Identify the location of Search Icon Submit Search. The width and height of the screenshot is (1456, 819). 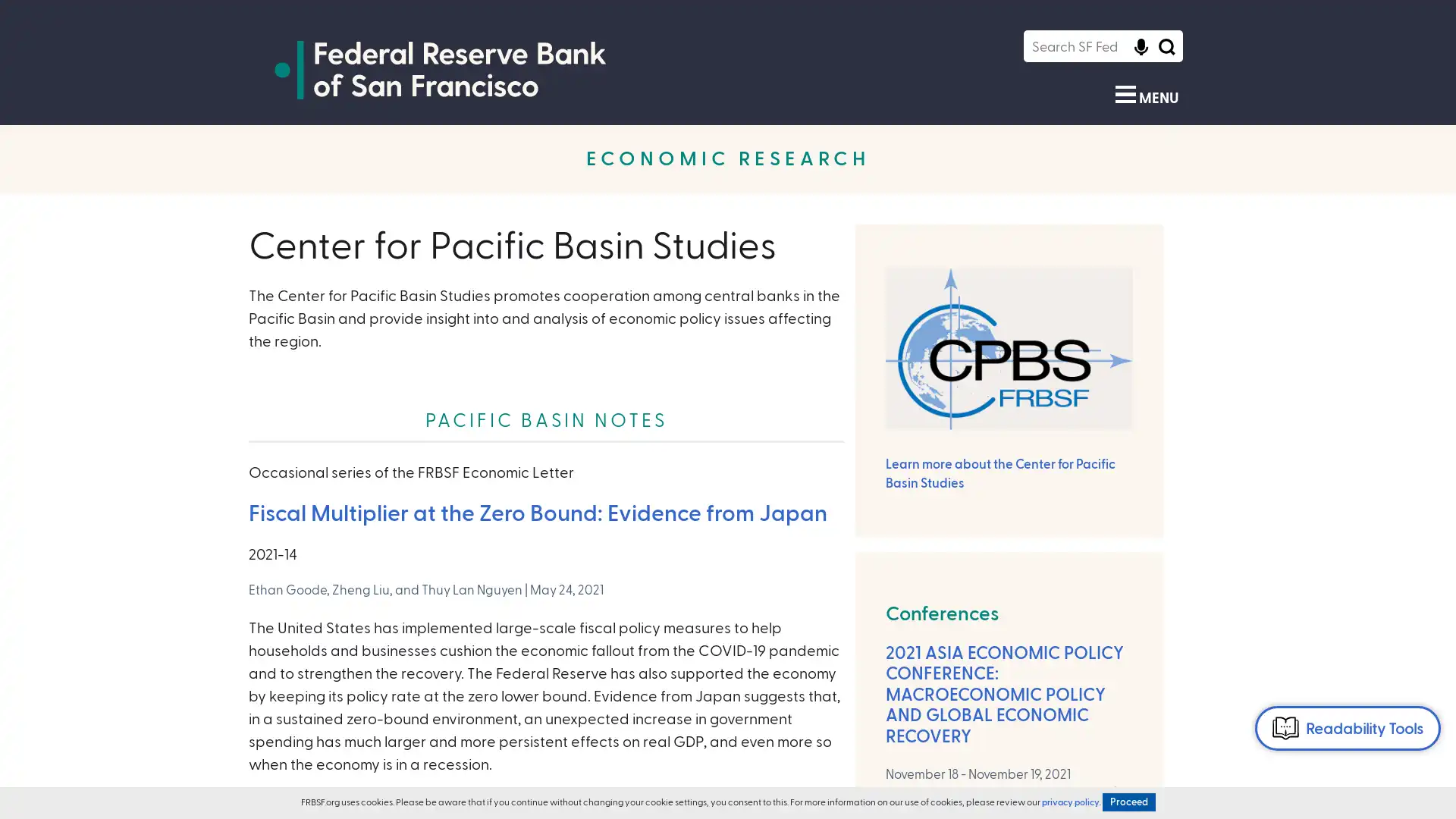
(1166, 45).